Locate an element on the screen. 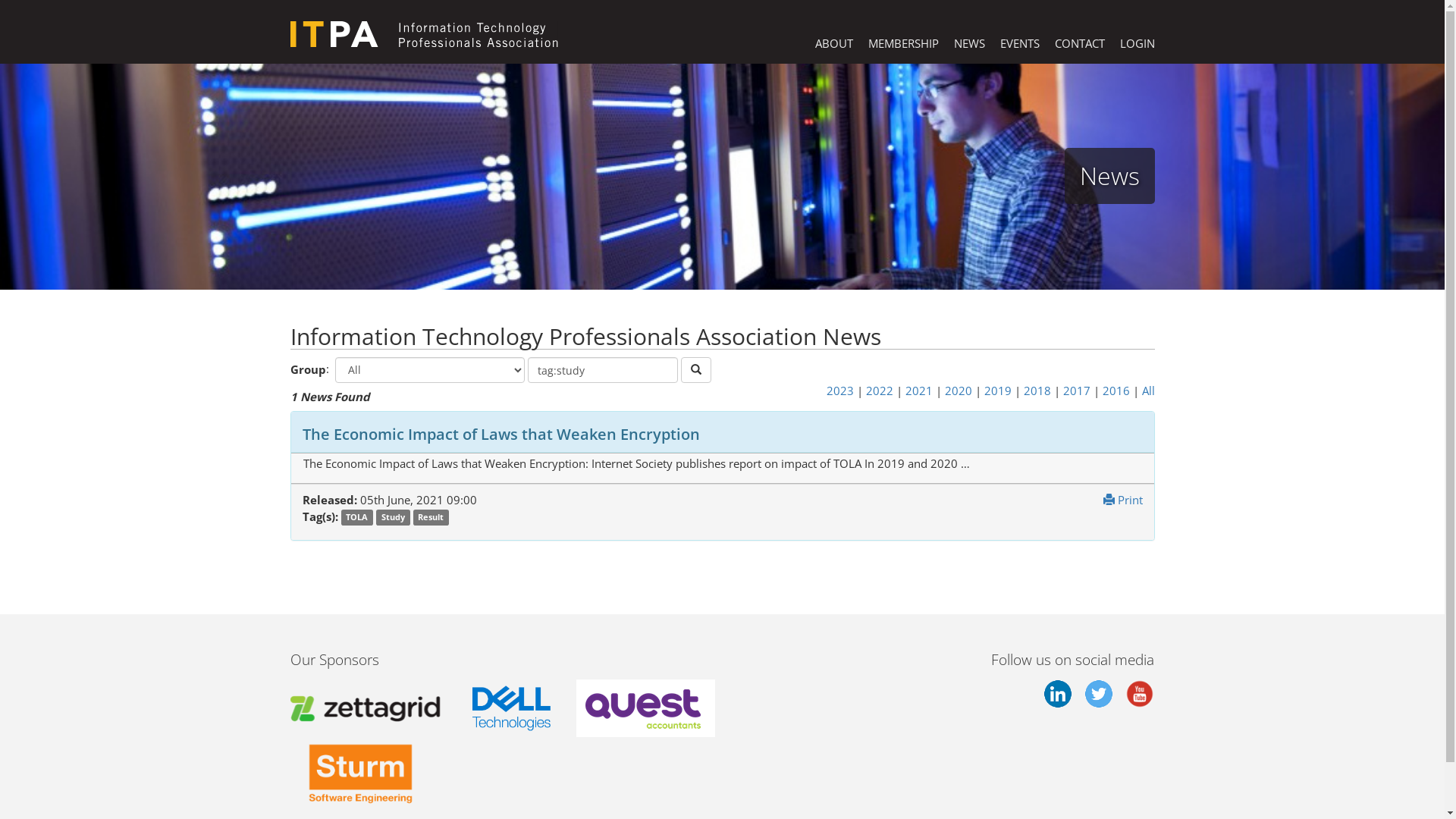 The width and height of the screenshot is (1456, 819). 'Sturm Software Engineering' is located at coordinates (359, 770).